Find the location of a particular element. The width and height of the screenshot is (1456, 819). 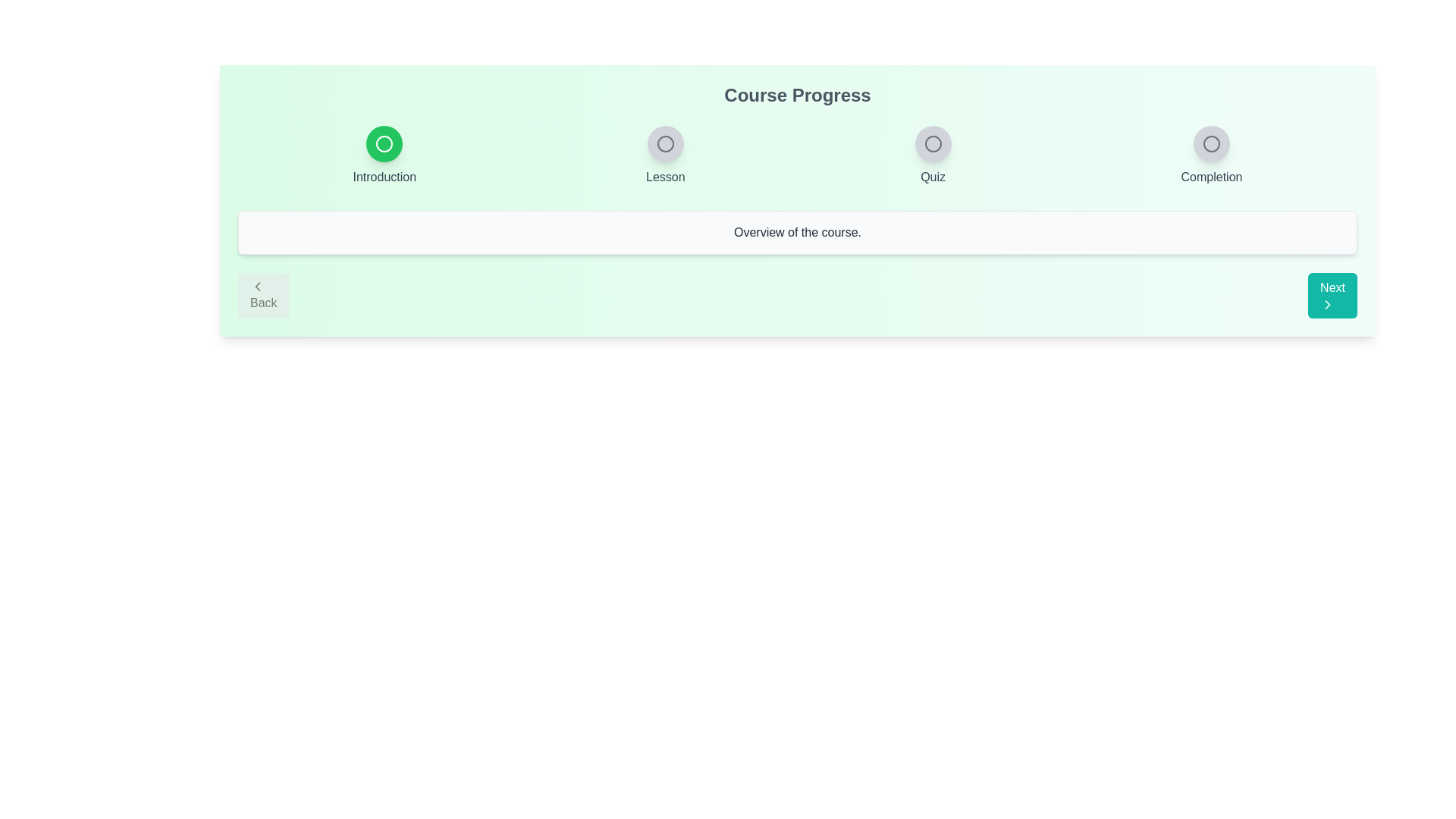

the step Introduction in the progress indicator is located at coordinates (384, 143).